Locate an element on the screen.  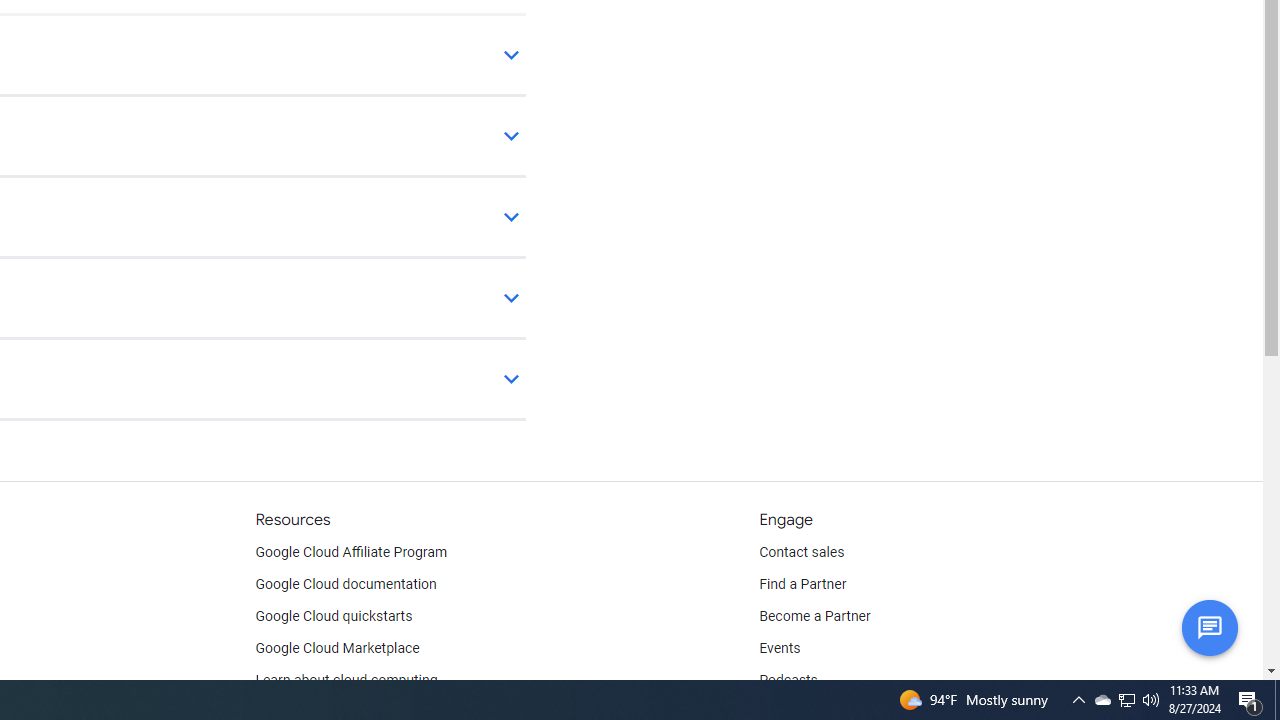
'Button to activate chat' is located at coordinates (1208, 626).